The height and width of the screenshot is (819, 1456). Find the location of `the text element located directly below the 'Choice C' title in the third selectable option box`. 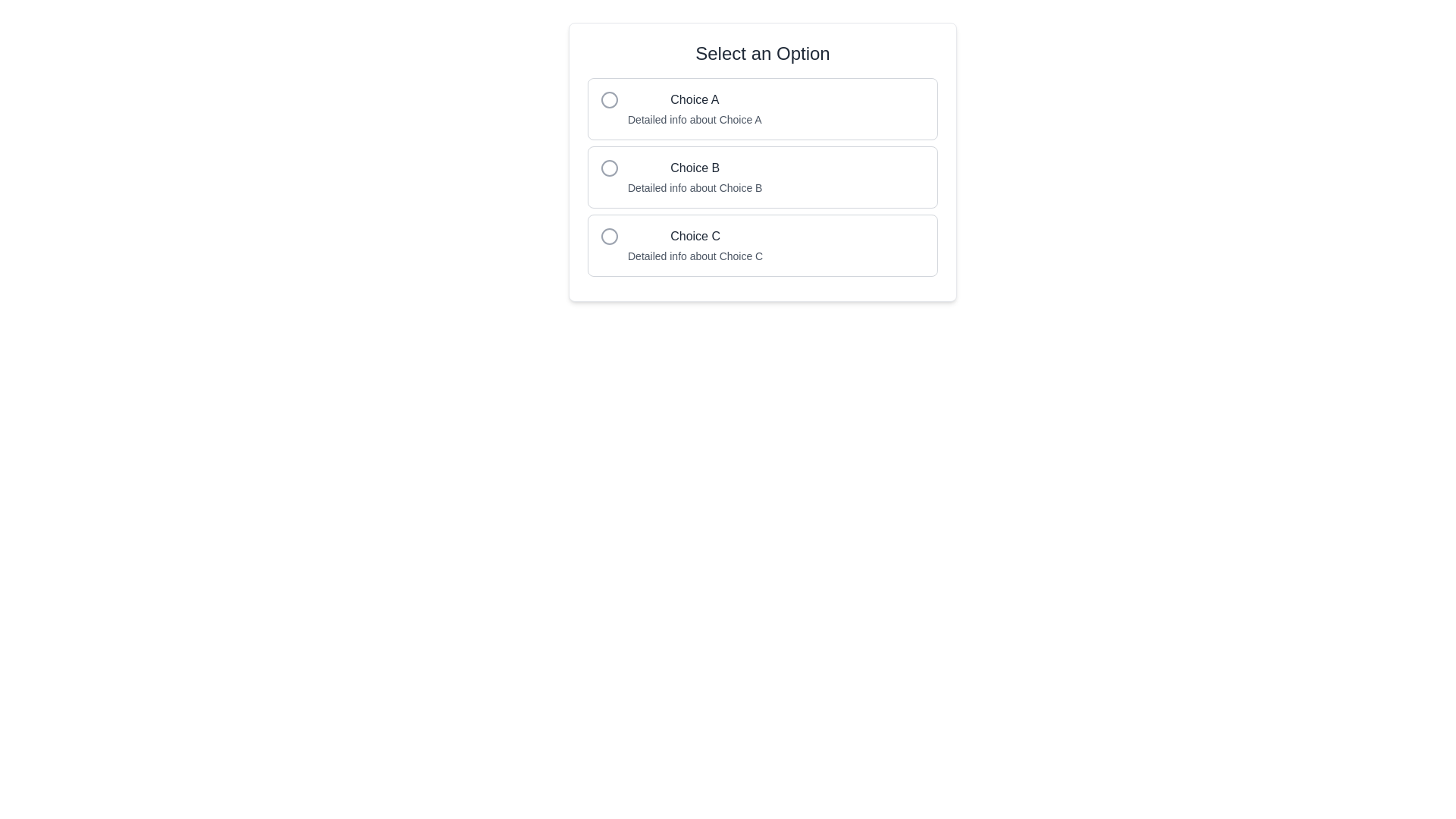

the text element located directly below the 'Choice C' title in the third selectable option box is located at coordinates (695, 256).